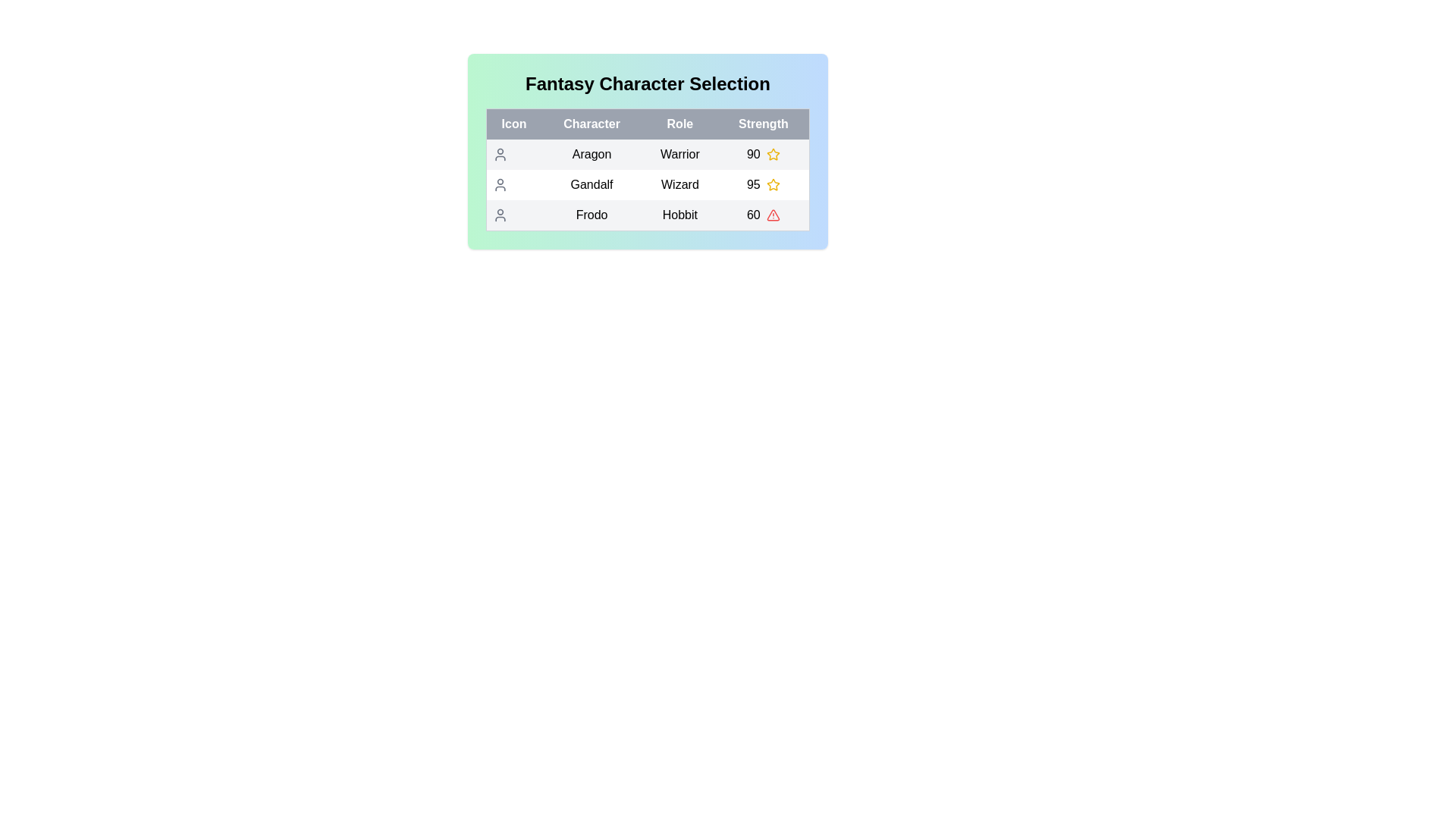 This screenshot has width=1456, height=819. What do you see at coordinates (513, 124) in the screenshot?
I see `the header cell labeled 'Icon' to sort or filter the table based on that column` at bounding box center [513, 124].